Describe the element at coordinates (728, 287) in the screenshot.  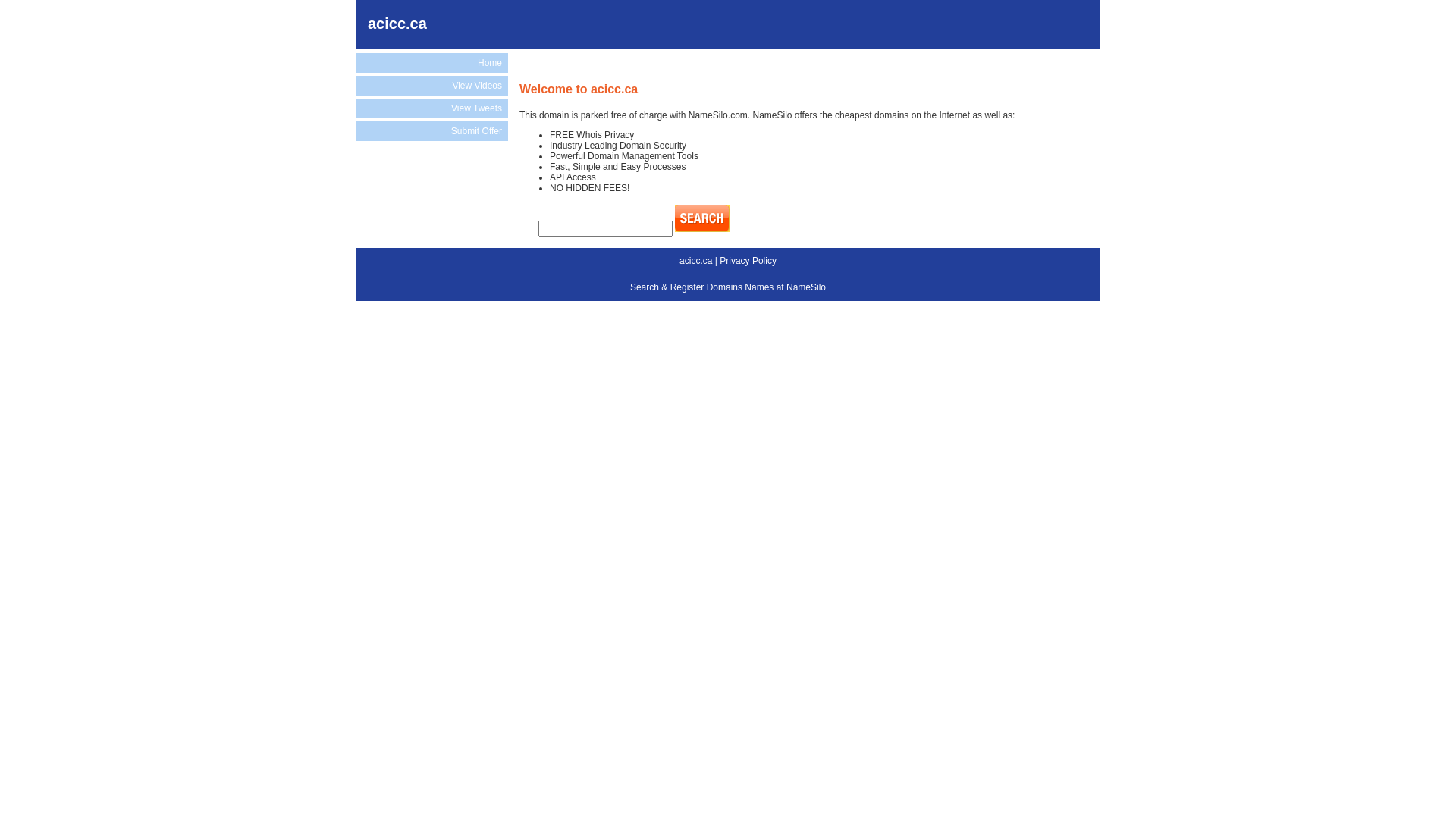
I see `'Search & Register Domains Names at NameSilo'` at that location.